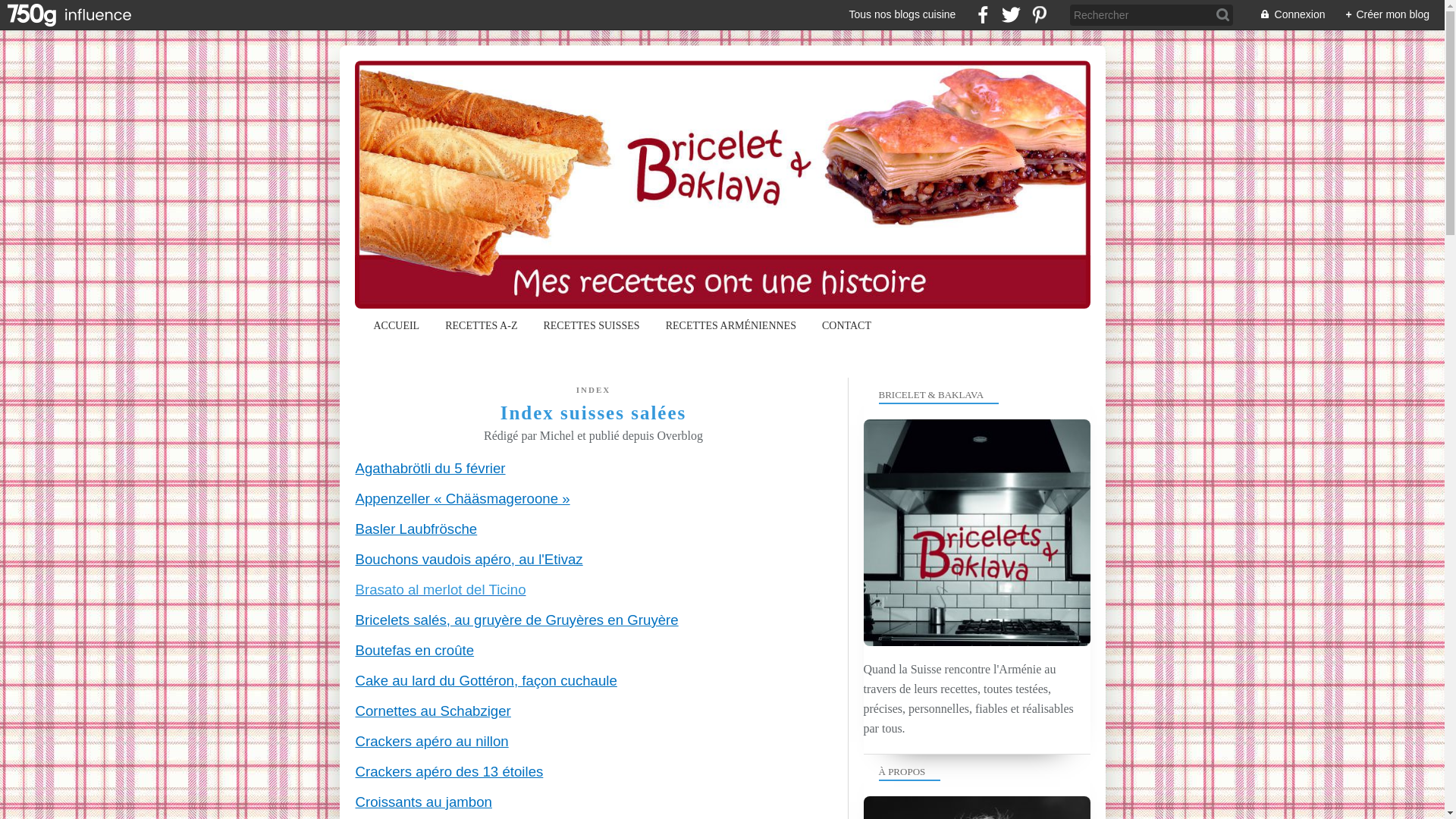  What do you see at coordinates (592, 388) in the screenshot?
I see `'INDEX'` at bounding box center [592, 388].